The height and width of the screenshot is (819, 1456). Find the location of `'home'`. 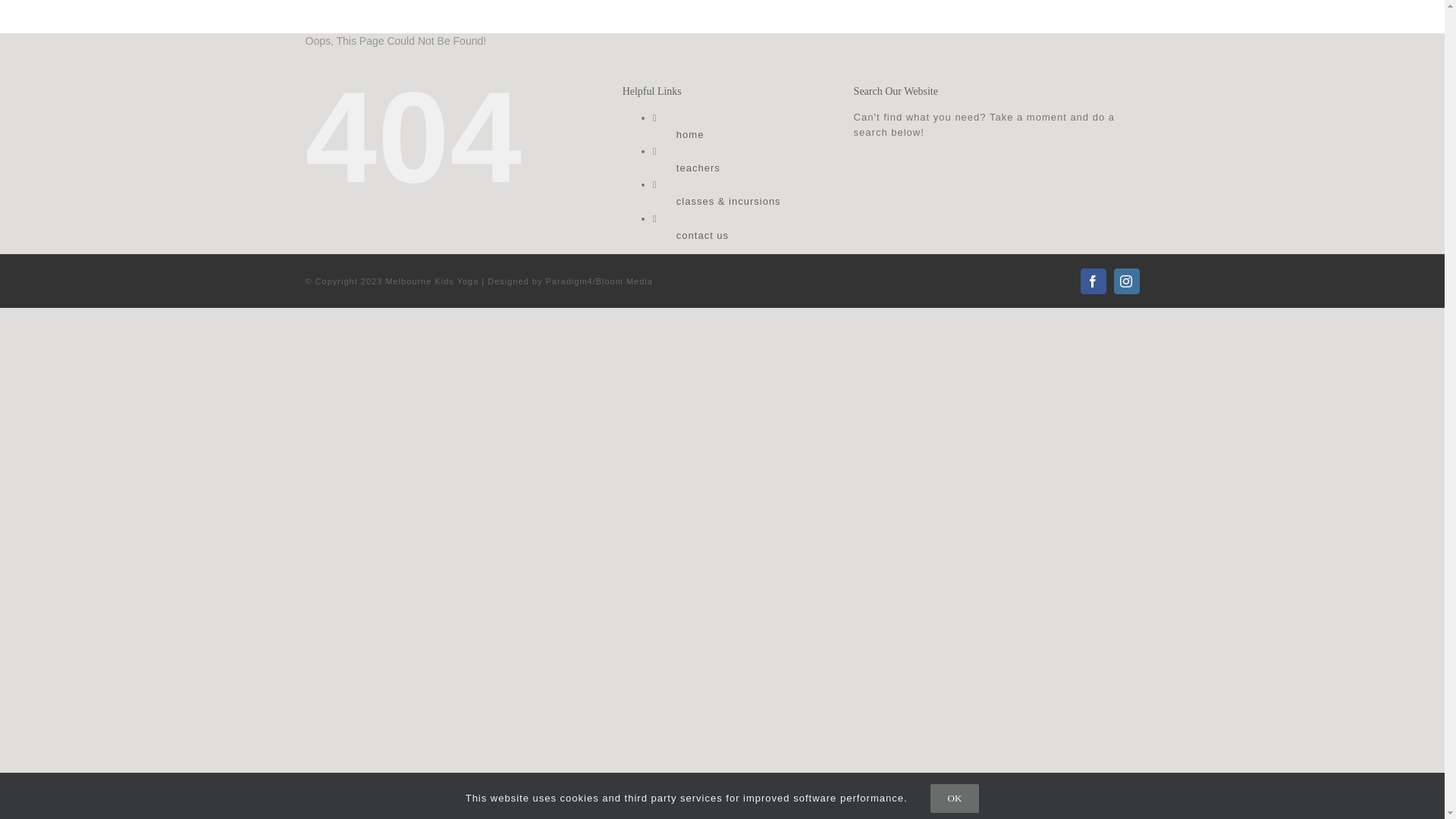

'home' is located at coordinates (689, 133).